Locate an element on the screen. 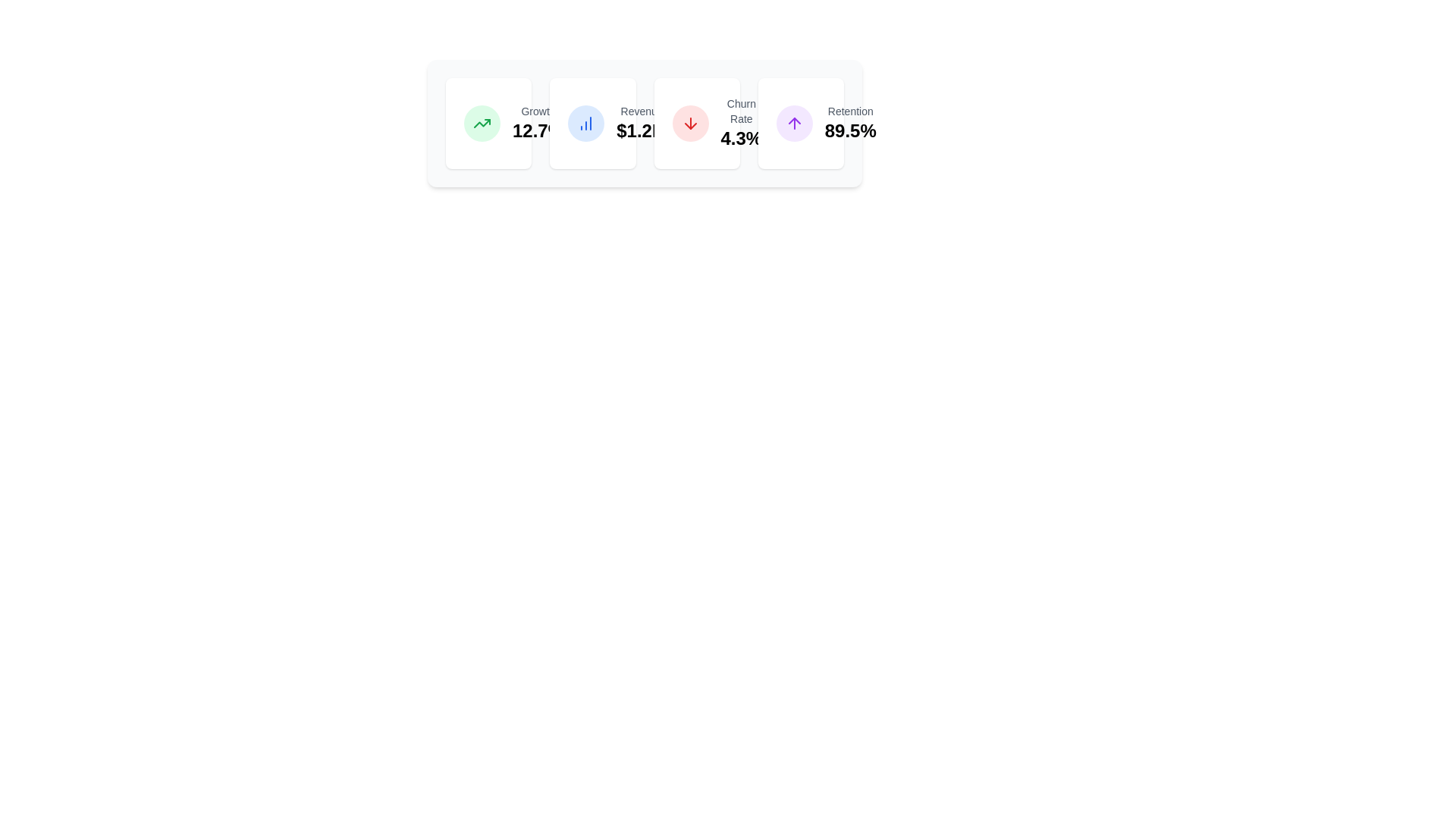  the downward-pointing red arrow icon located at the top of the Churn Rate card, which has a circular light-red background is located at coordinates (689, 122).